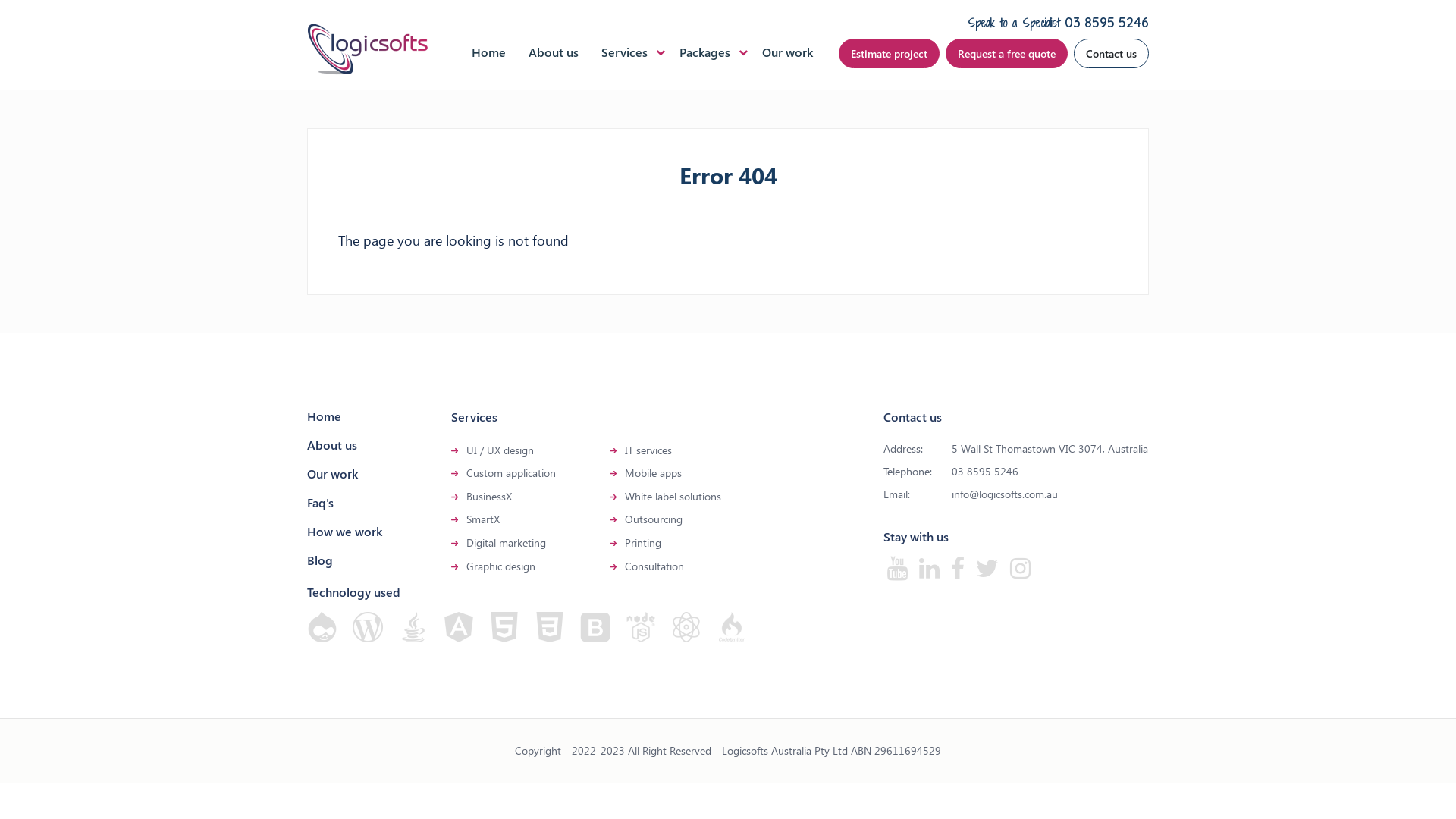 Image resolution: width=1456 pixels, height=819 pixels. I want to click on 'White label solutions', so click(672, 496).